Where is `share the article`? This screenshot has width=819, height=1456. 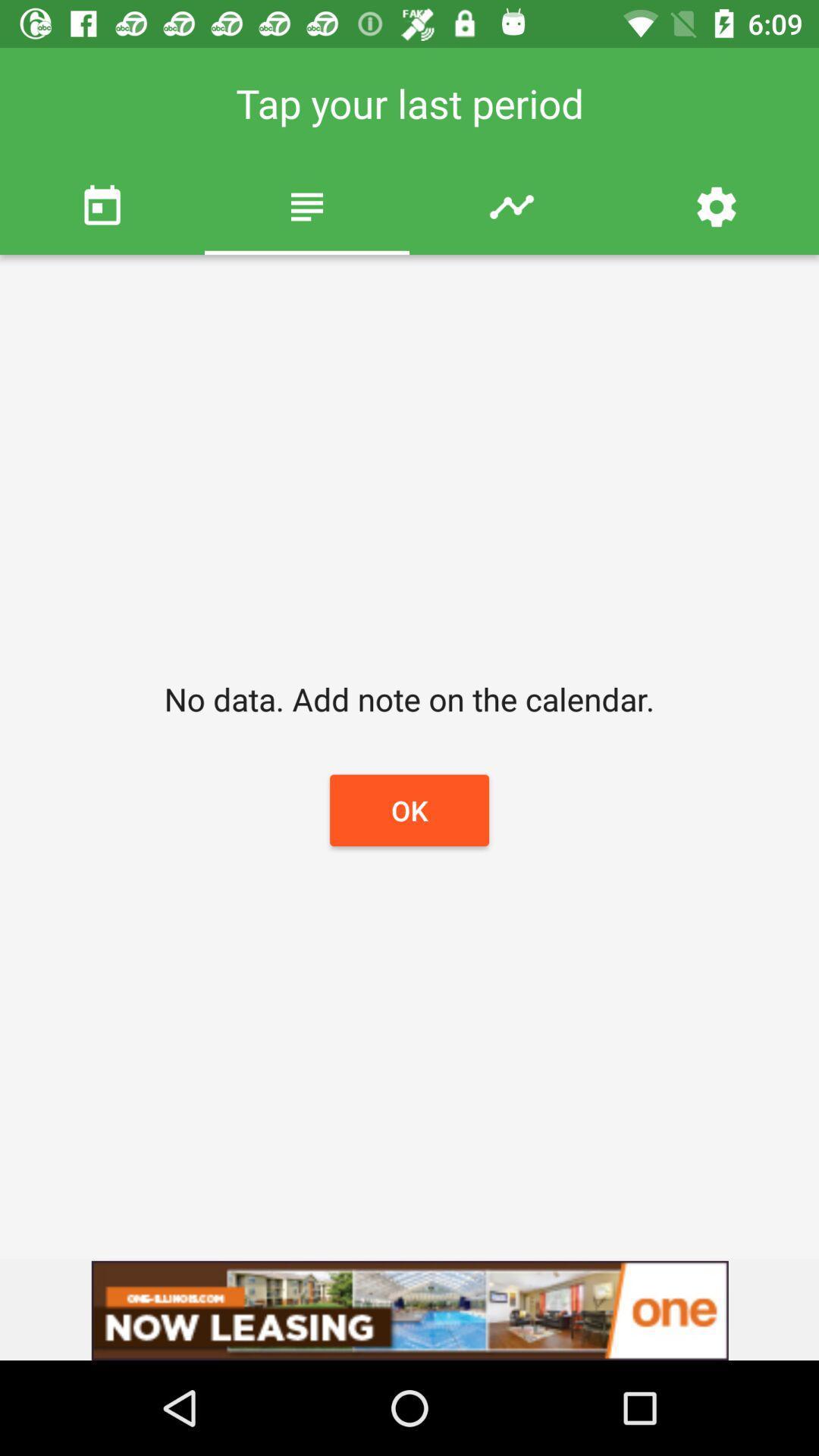 share the article is located at coordinates (409, 1310).